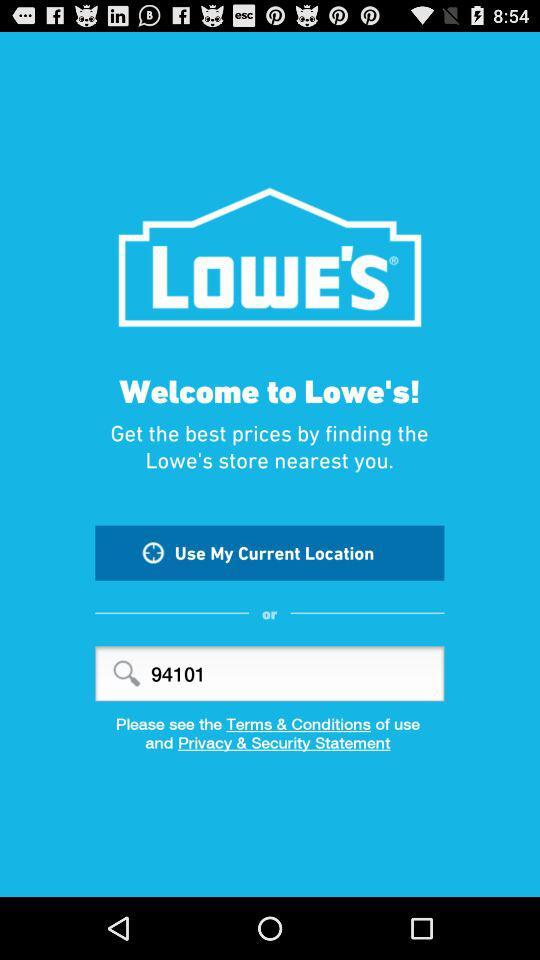 The height and width of the screenshot is (960, 540). What do you see at coordinates (270, 748) in the screenshot?
I see `the item below the please see the` at bounding box center [270, 748].